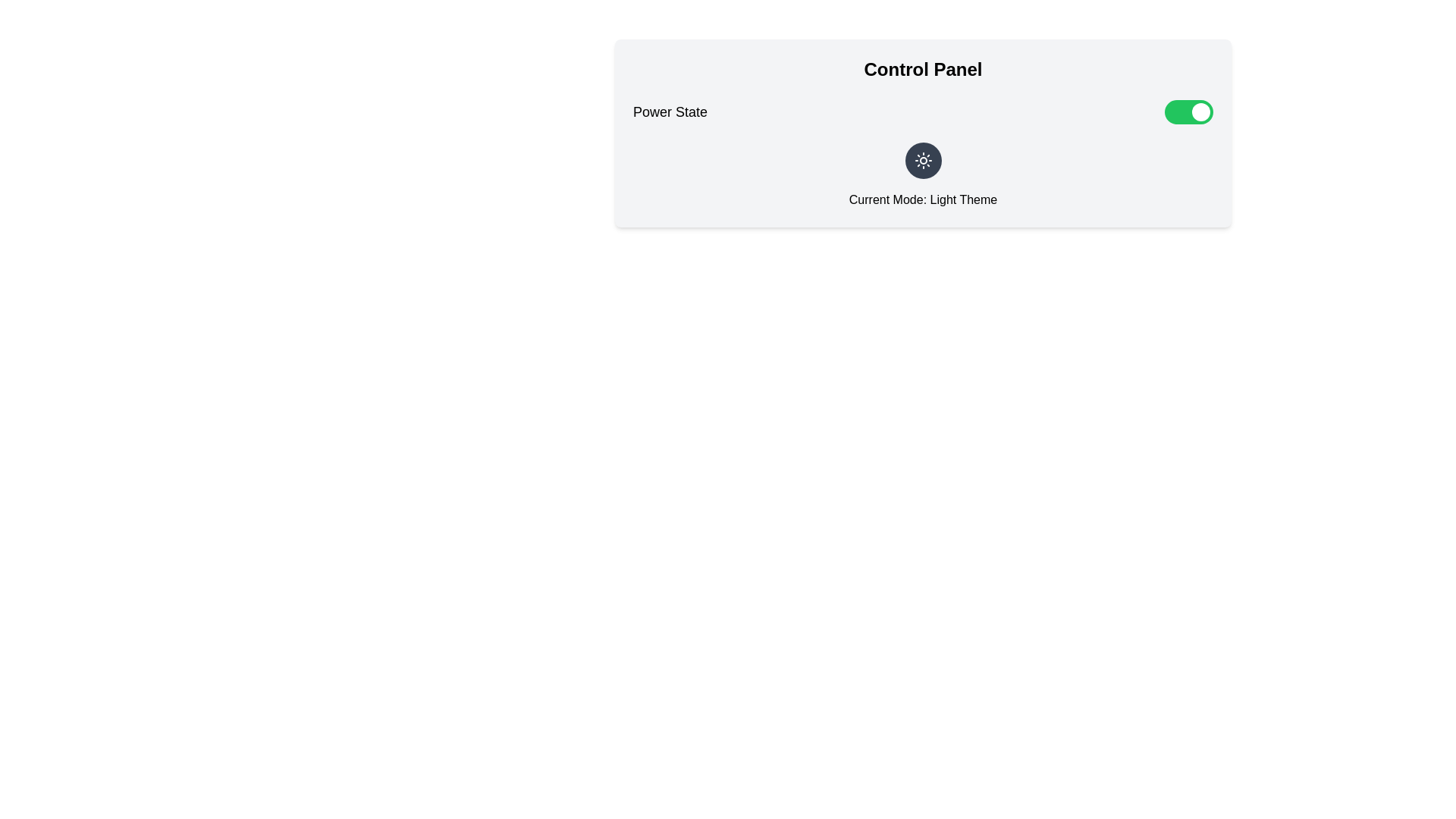 The image size is (1456, 819). What do you see at coordinates (922, 199) in the screenshot?
I see `the static text label displaying 'Current Mode: Light Theme', which is positioned directly beneath the sun icon in a light gray panel` at bounding box center [922, 199].